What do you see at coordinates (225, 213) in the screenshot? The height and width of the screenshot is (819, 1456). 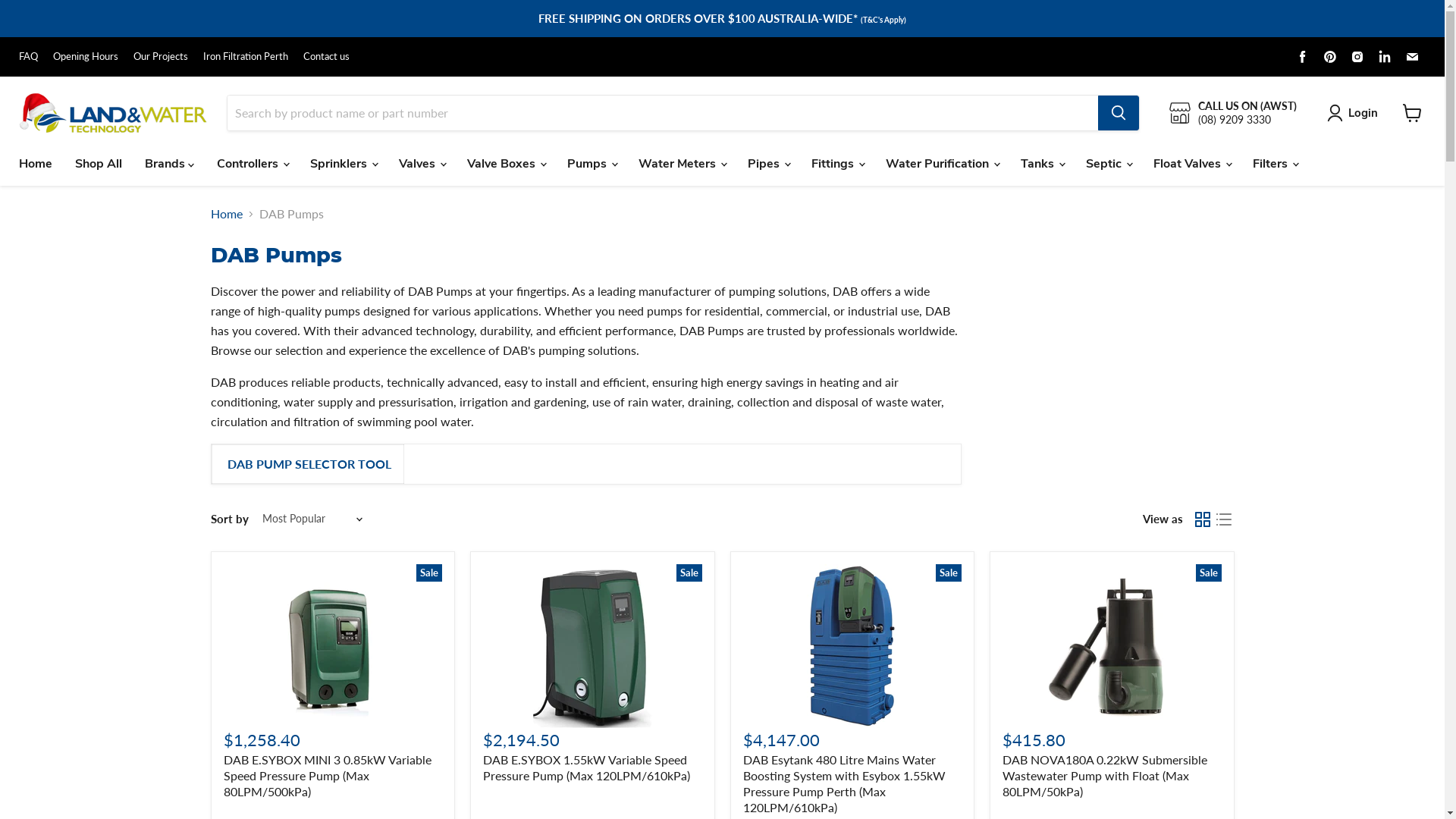 I see `'Home'` at bounding box center [225, 213].